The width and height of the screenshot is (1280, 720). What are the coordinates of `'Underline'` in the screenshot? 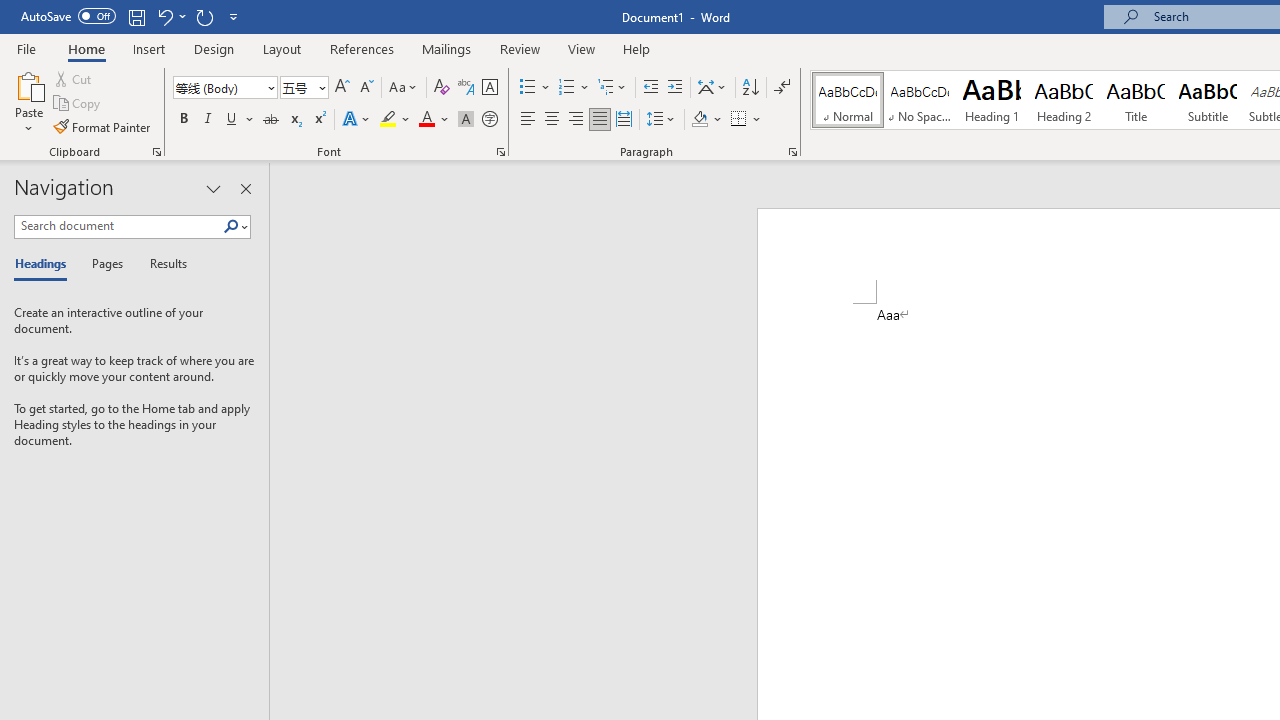 It's located at (232, 119).